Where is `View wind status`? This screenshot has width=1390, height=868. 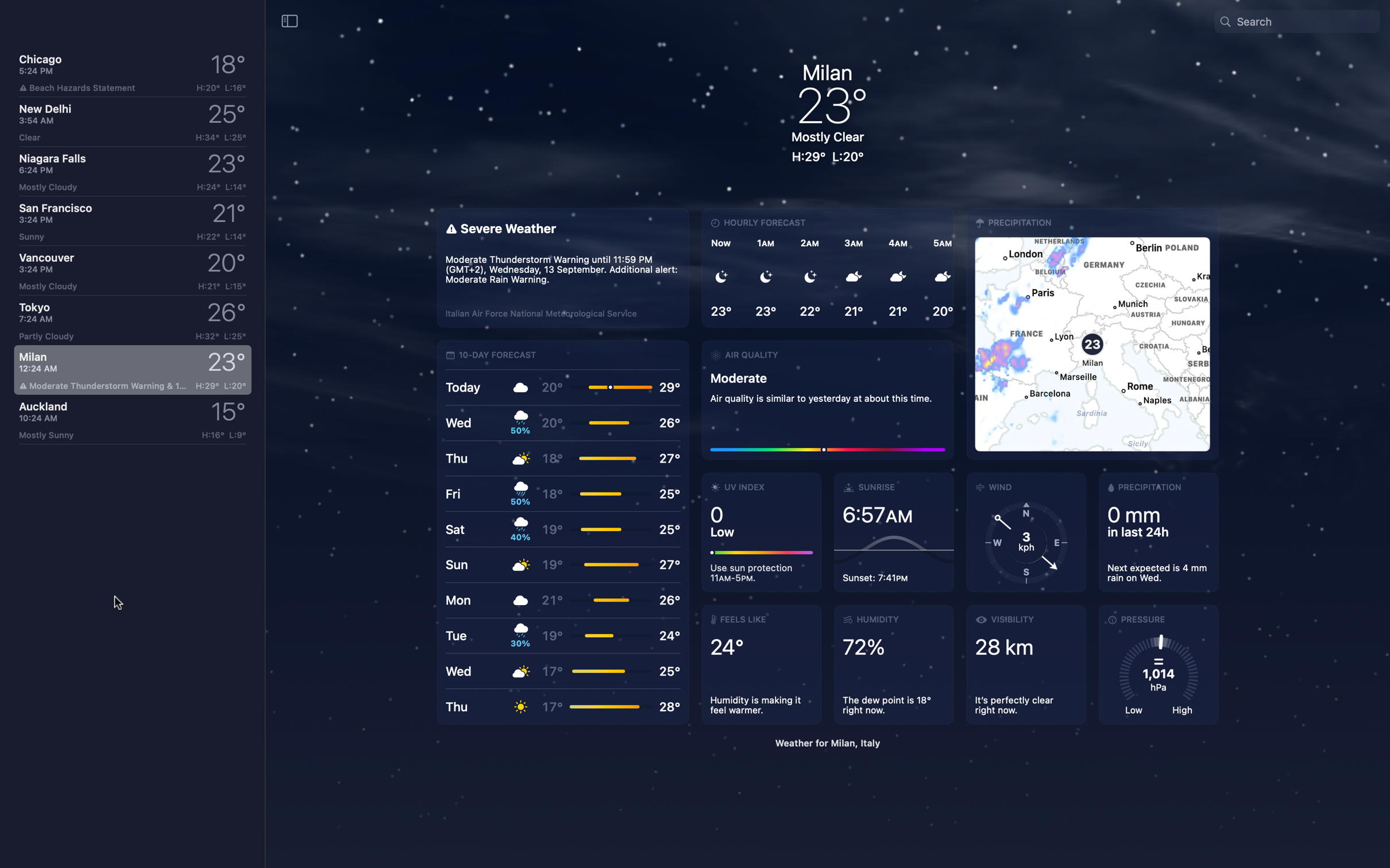
View wind status is located at coordinates (1025, 532).